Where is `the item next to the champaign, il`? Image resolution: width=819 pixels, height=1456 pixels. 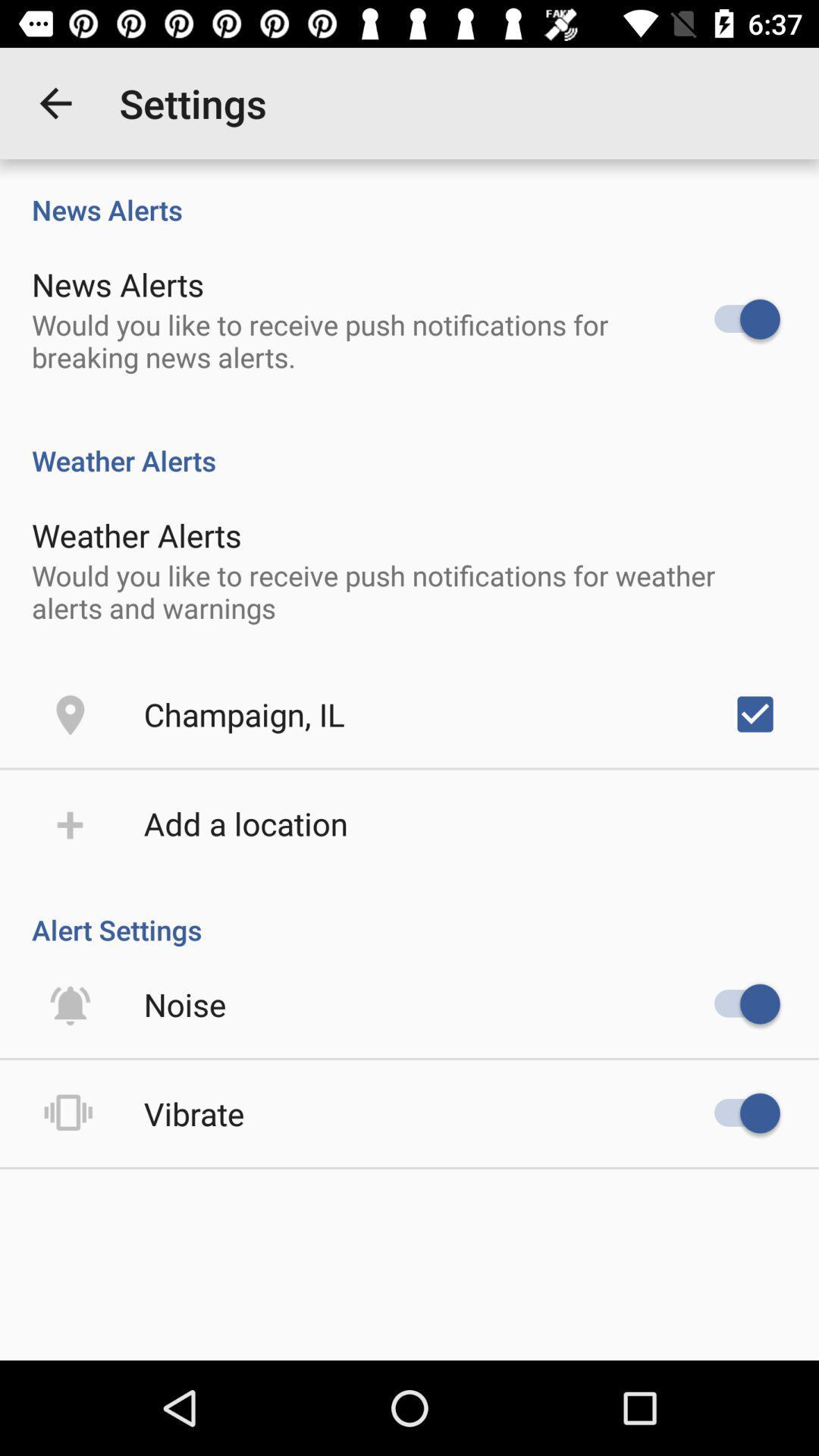 the item next to the champaign, il is located at coordinates (755, 713).